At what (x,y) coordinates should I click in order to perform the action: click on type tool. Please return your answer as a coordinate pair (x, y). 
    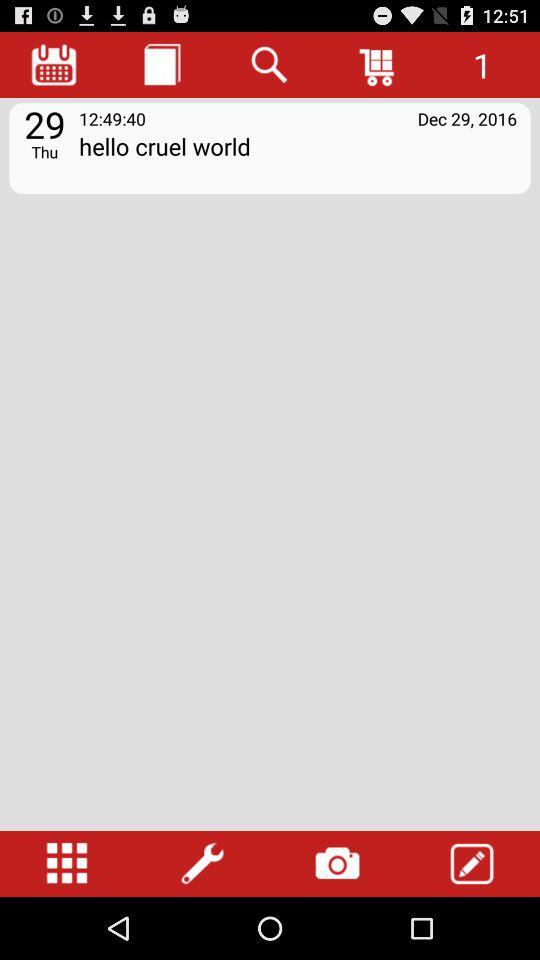
    Looking at the image, I should click on (472, 863).